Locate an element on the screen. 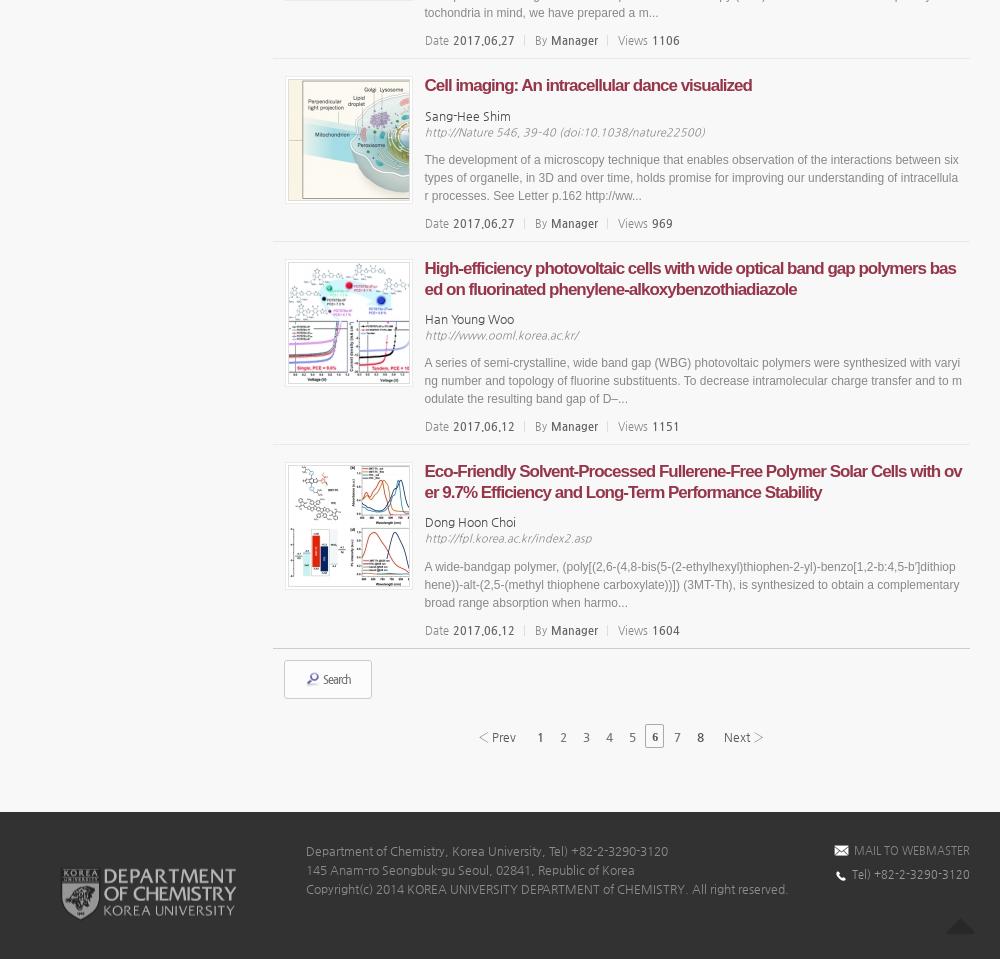 This screenshot has height=959, width=1000. 'MAIL TO WEBMASTER' is located at coordinates (912, 848).